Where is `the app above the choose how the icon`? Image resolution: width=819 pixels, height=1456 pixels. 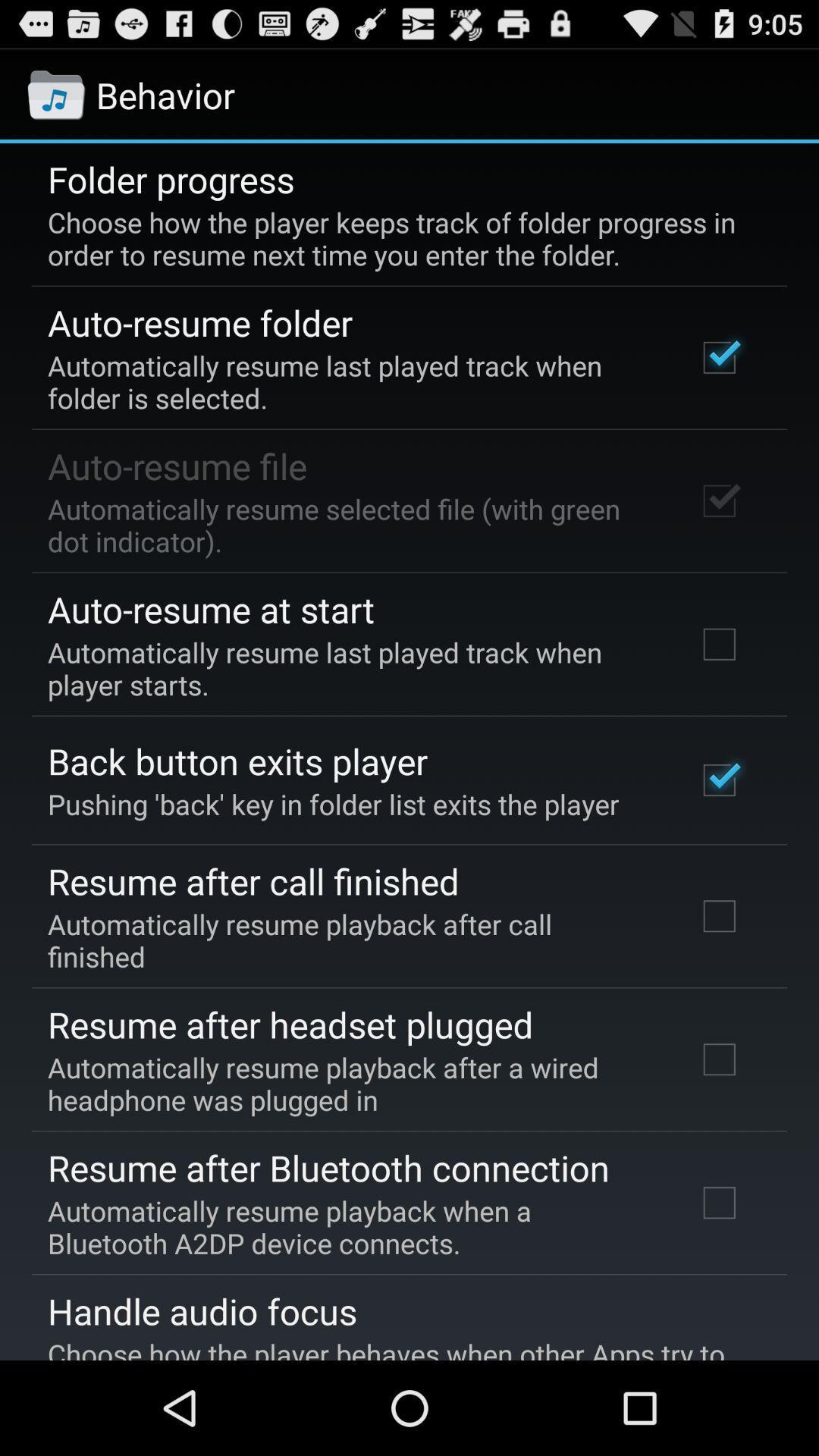
the app above the choose how the icon is located at coordinates (201, 1310).